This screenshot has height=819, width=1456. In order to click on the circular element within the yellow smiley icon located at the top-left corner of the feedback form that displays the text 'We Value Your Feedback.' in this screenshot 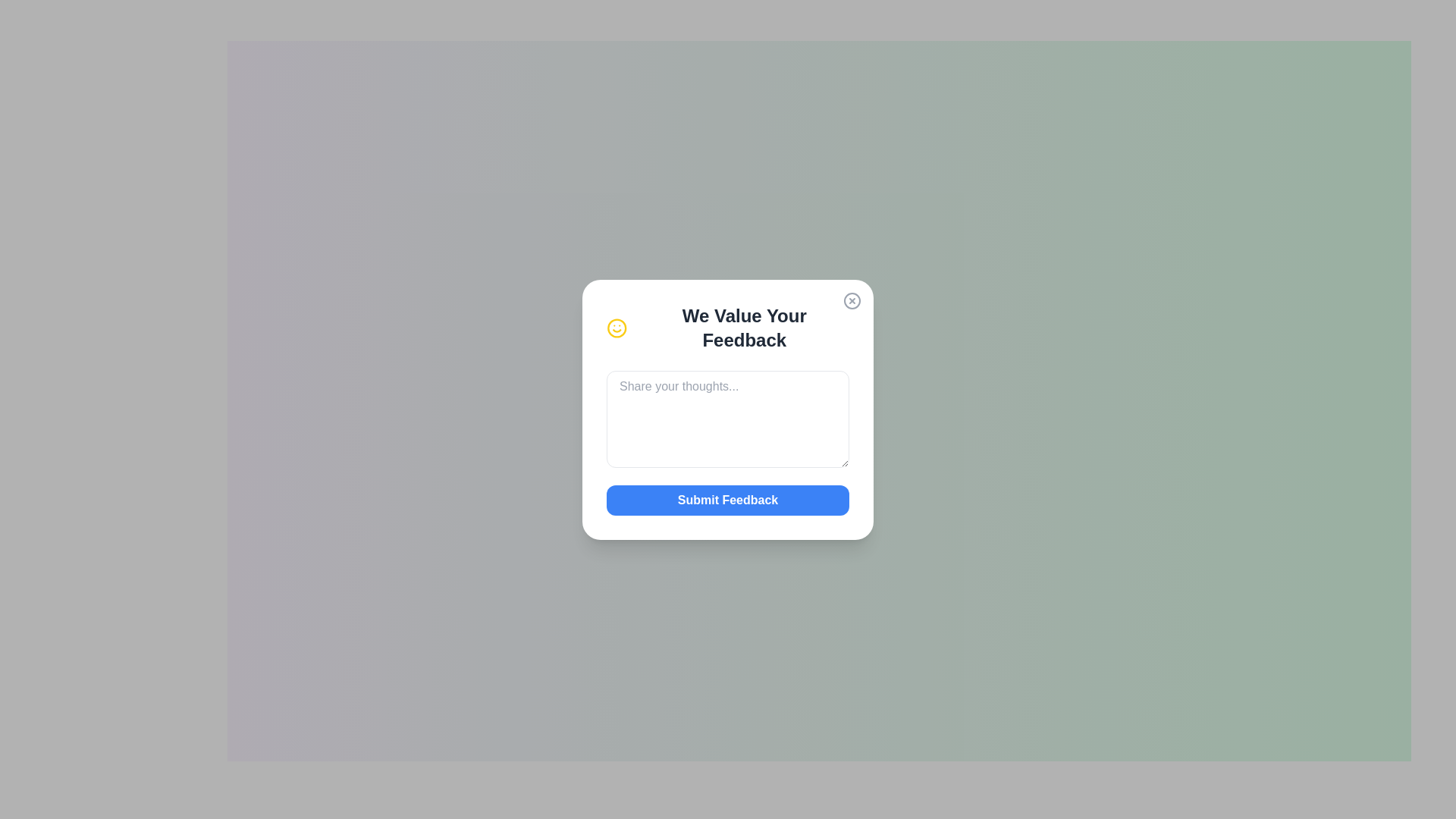, I will do `click(617, 327)`.